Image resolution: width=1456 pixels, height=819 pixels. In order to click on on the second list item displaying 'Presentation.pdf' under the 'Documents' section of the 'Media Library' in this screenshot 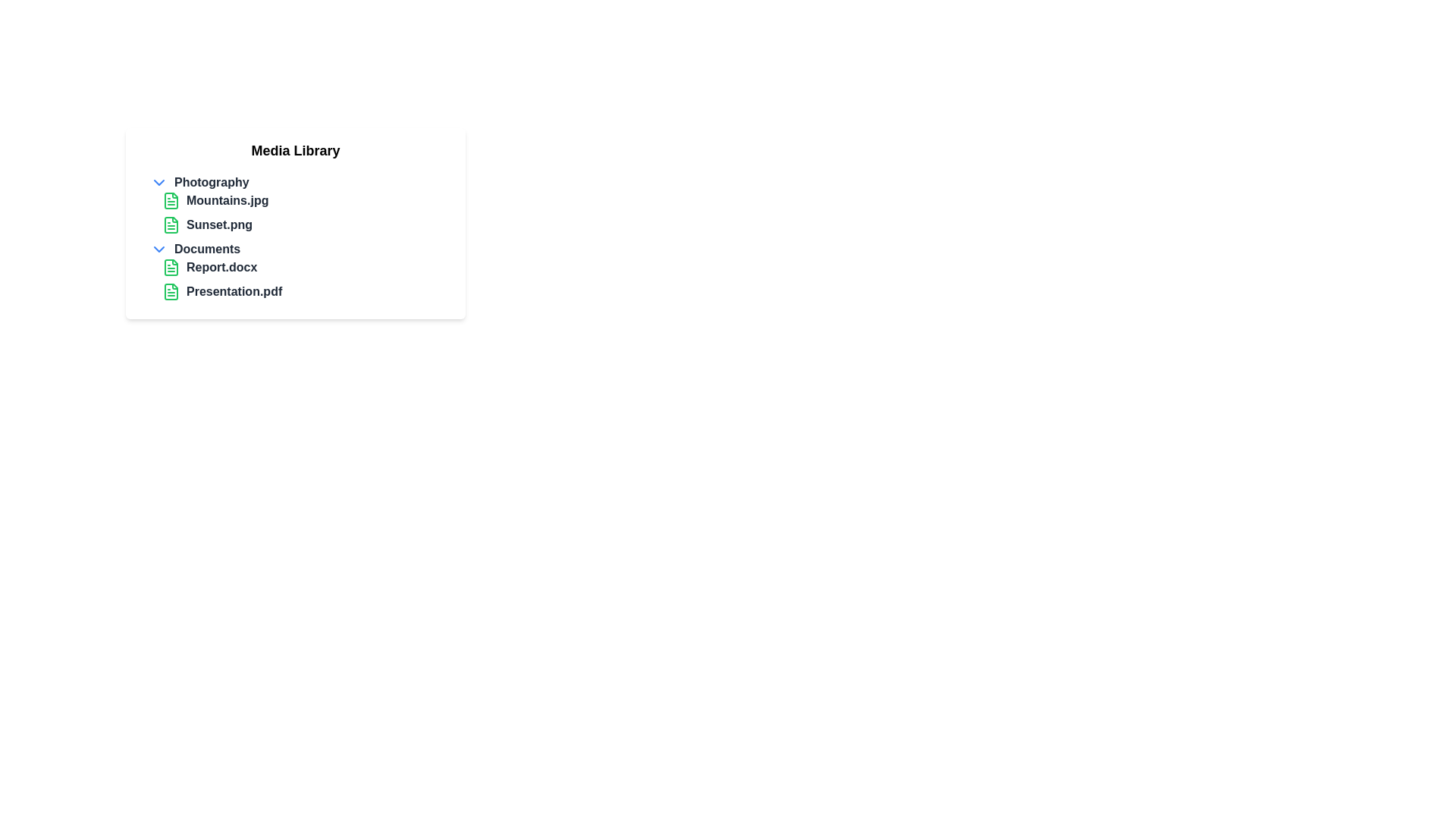, I will do `click(302, 280)`.